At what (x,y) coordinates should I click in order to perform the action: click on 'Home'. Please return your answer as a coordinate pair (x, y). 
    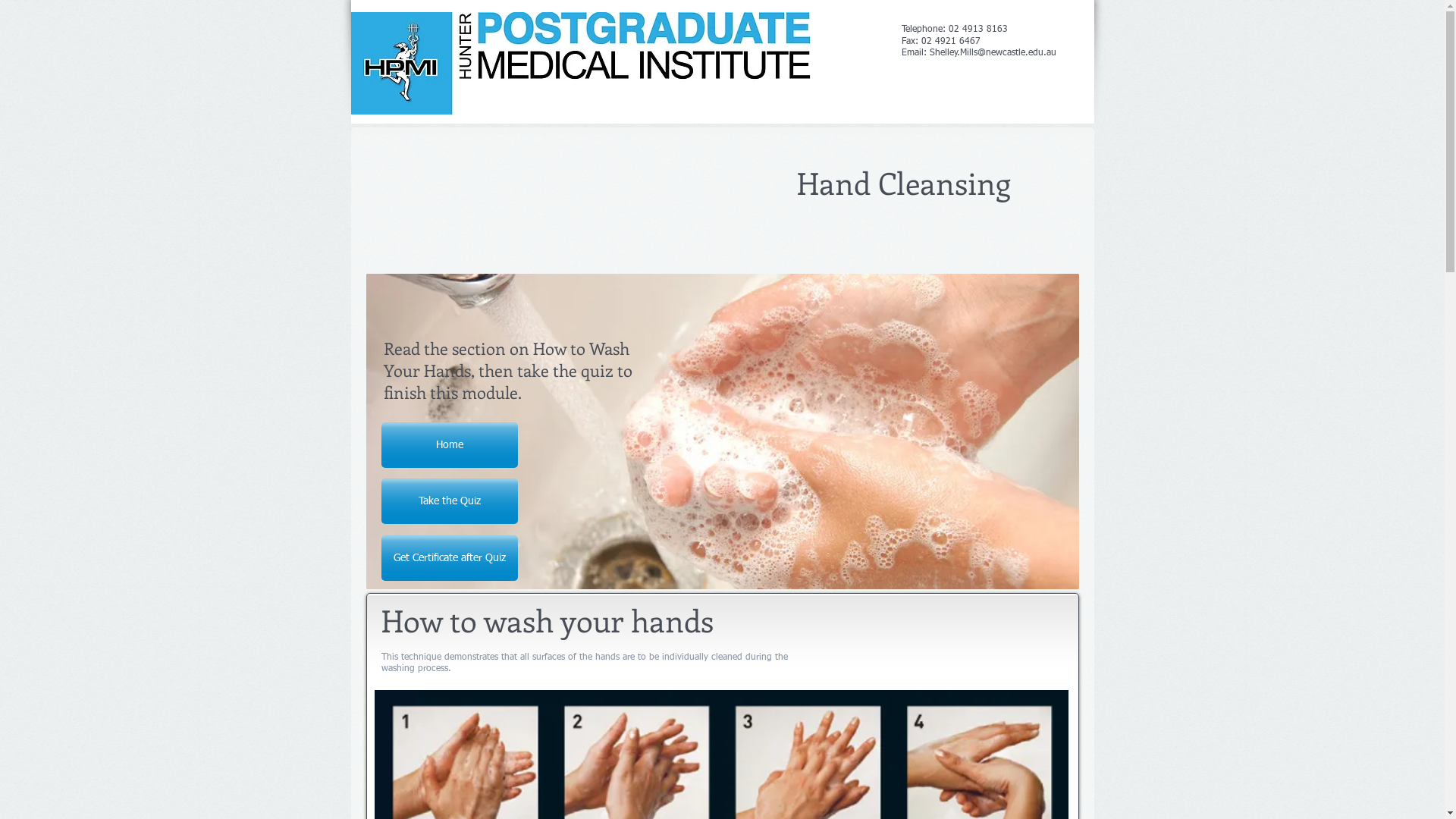
    Looking at the image, I should click on (447, 444).